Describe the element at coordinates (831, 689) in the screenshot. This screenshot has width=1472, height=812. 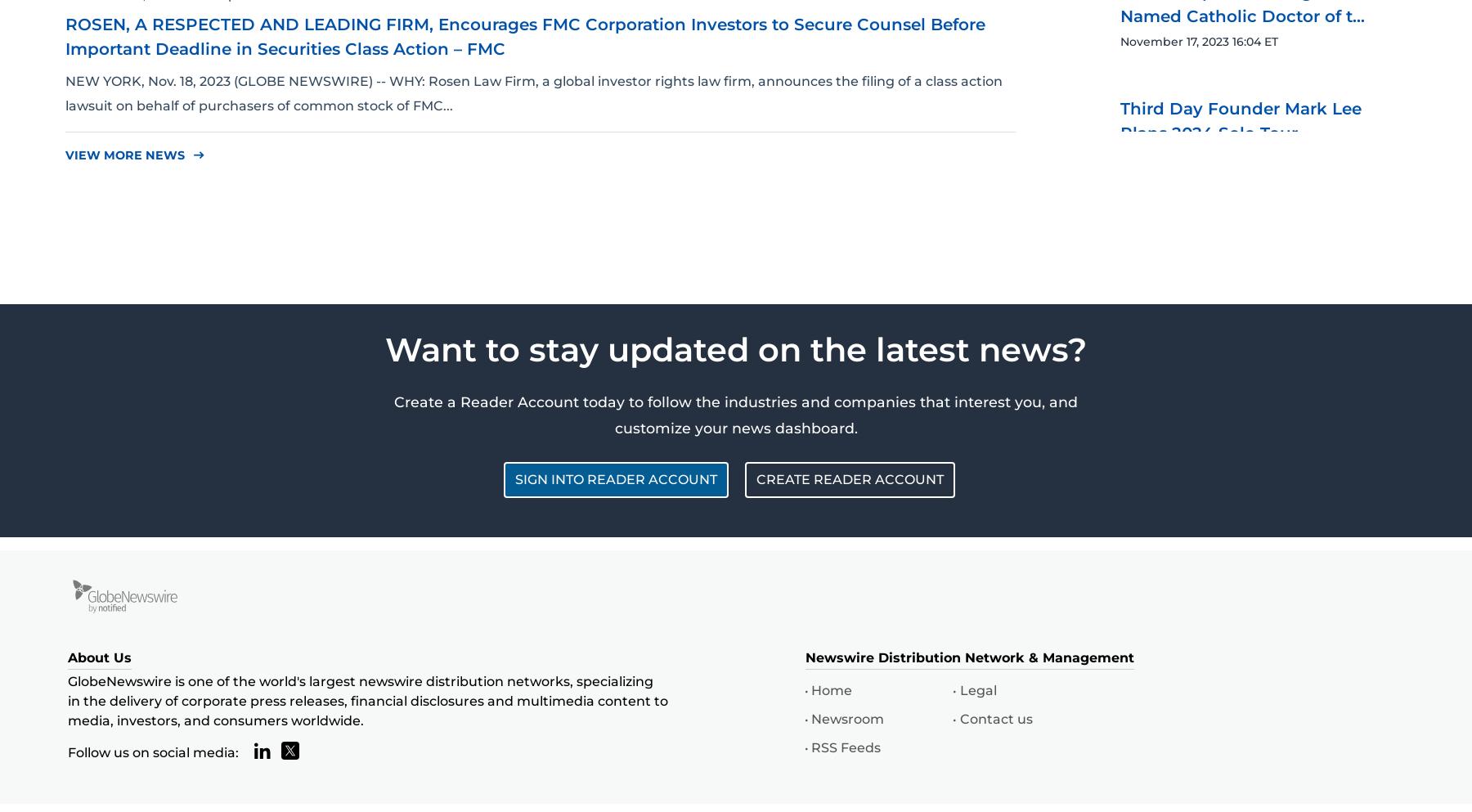
I see `'Home'` at that location.